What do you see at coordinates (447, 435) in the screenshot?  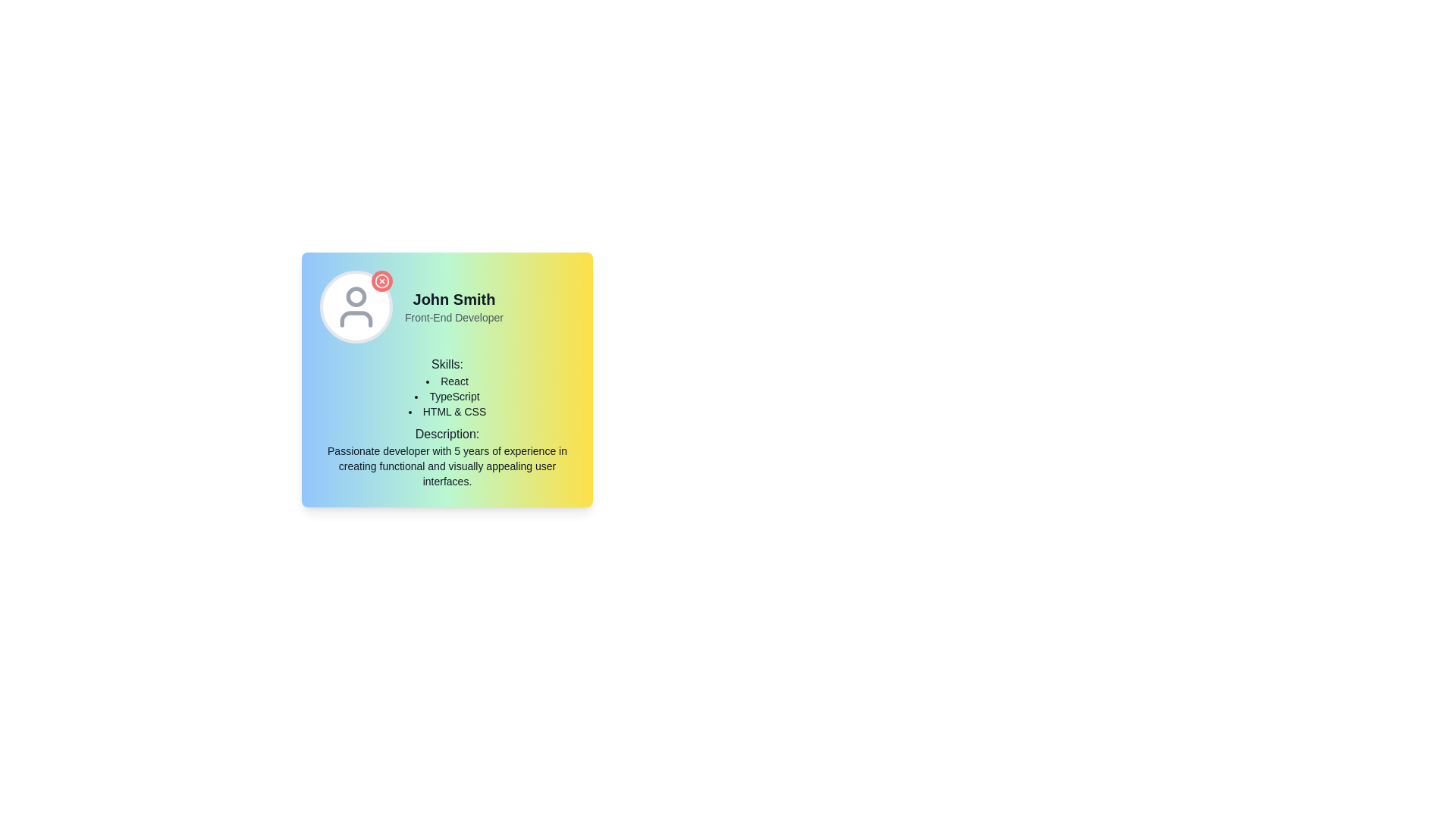 I see `the text label that introduces the developer's experience in the card layout on the left side of the interface` at bounding box center [447, 435].